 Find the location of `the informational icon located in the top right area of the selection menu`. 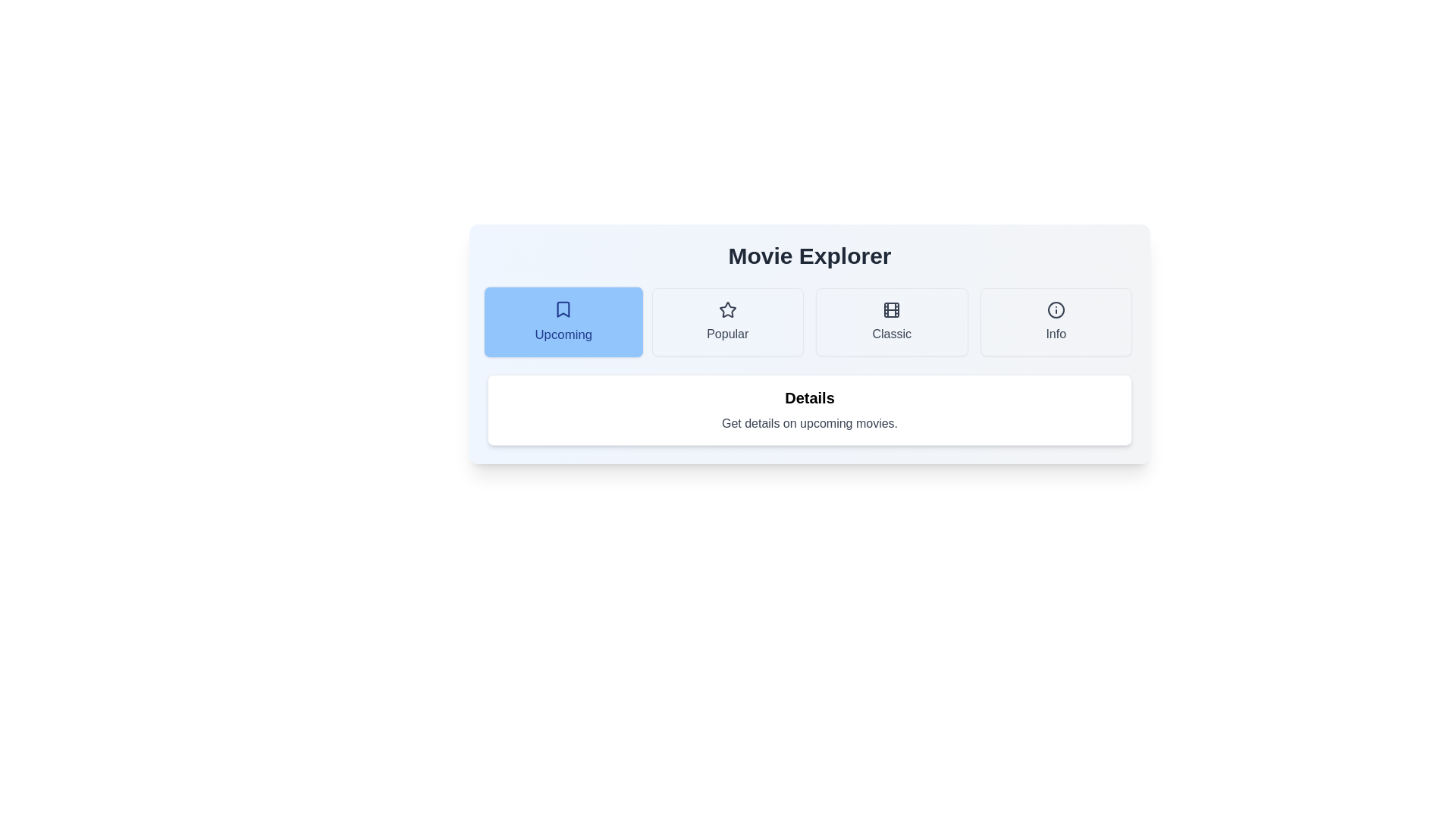

the informational icon located in the top right area of the selection menu is located at coordinates (1055, 309).